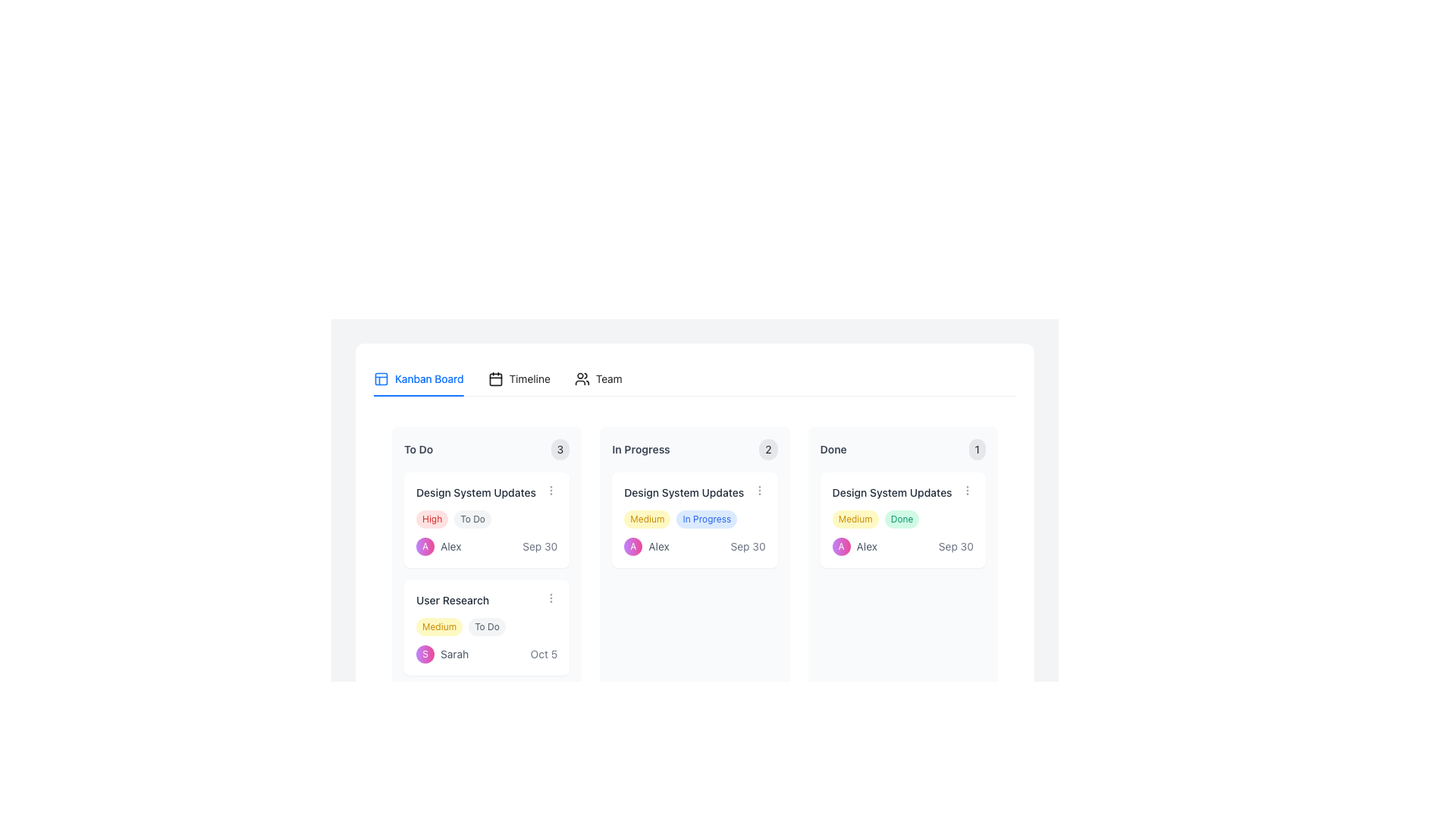  What do you see at coordinates (694, 519) in the screenshot?
I see `the task card titled 'Design System Updates' in the 'In Progress' section` at bounding box center [694, 519].